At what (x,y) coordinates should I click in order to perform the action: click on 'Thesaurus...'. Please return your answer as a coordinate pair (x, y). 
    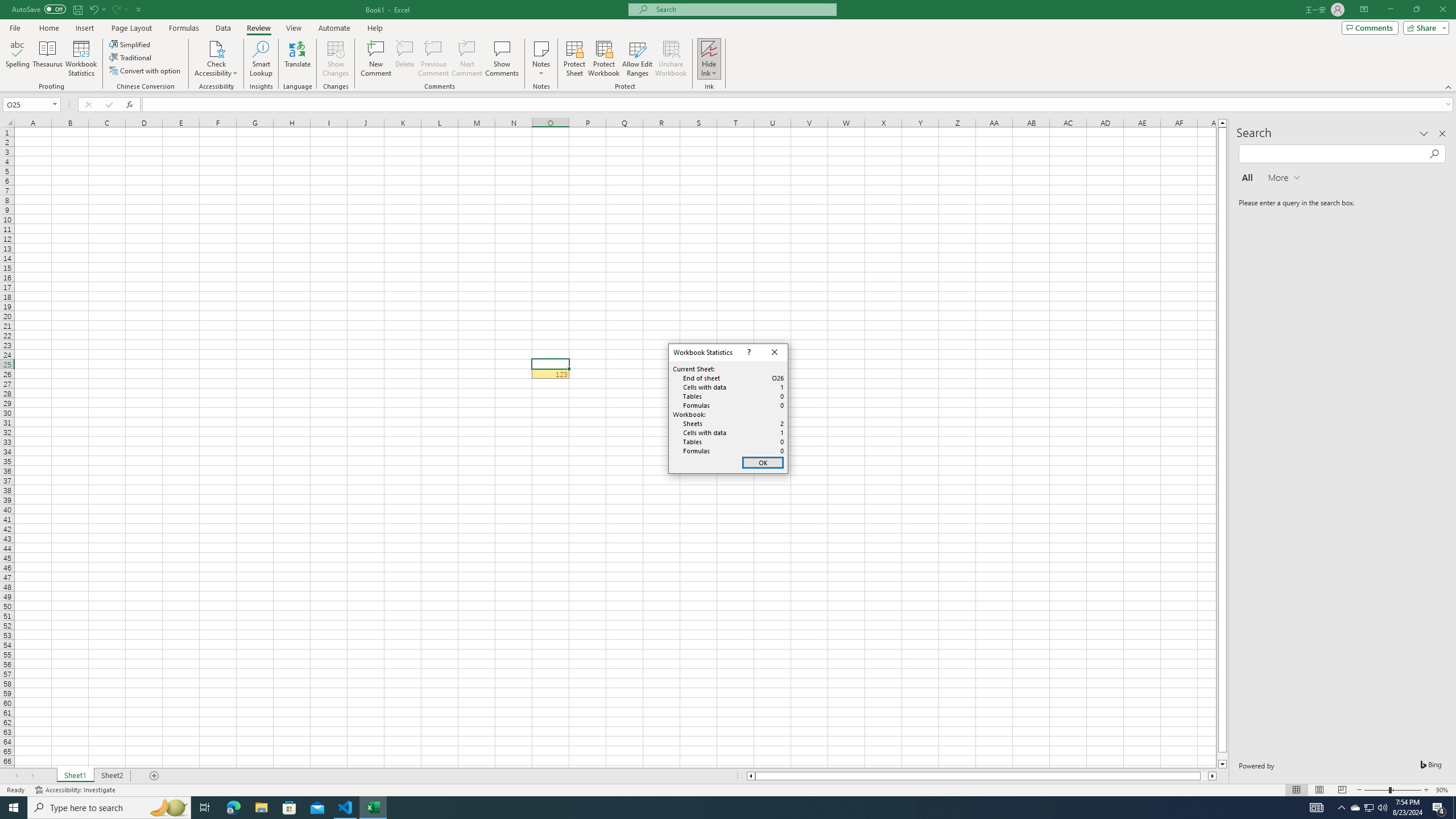
    Looking at the image, I should click on (47, 59).